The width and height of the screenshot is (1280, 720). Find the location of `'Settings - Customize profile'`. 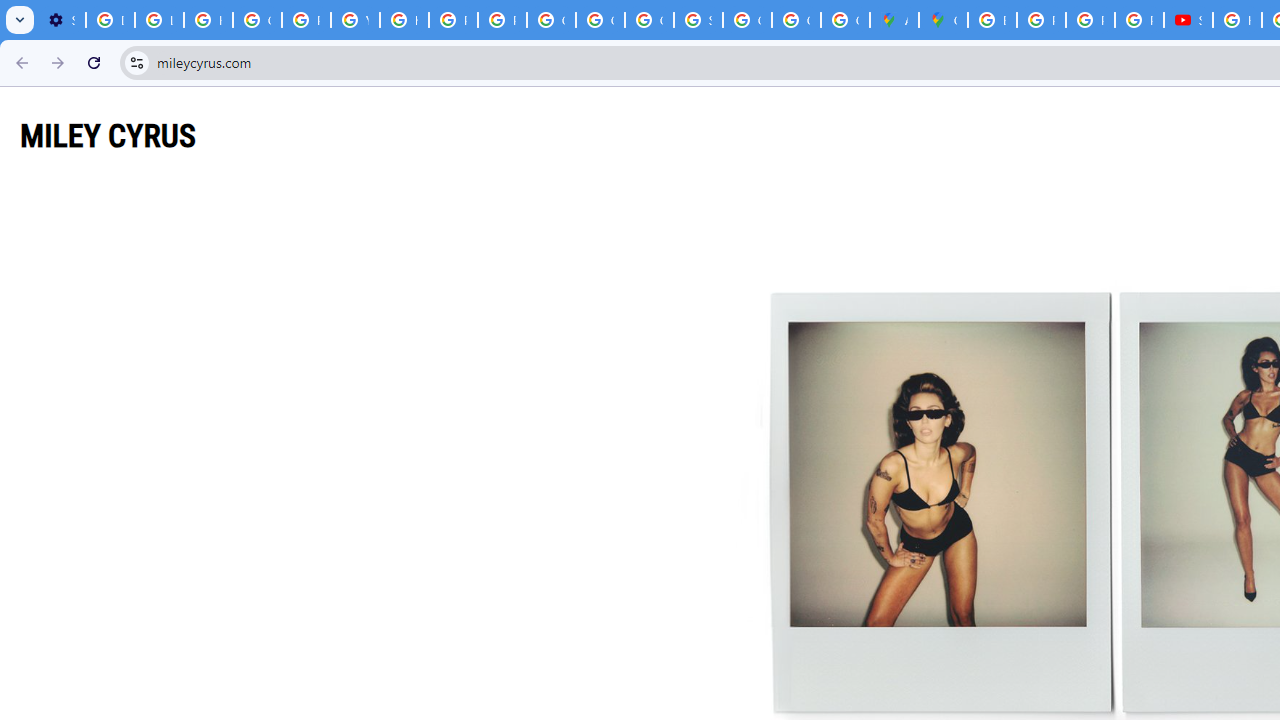

'Settings - Customize profile' is located at coordinates (61, 20).